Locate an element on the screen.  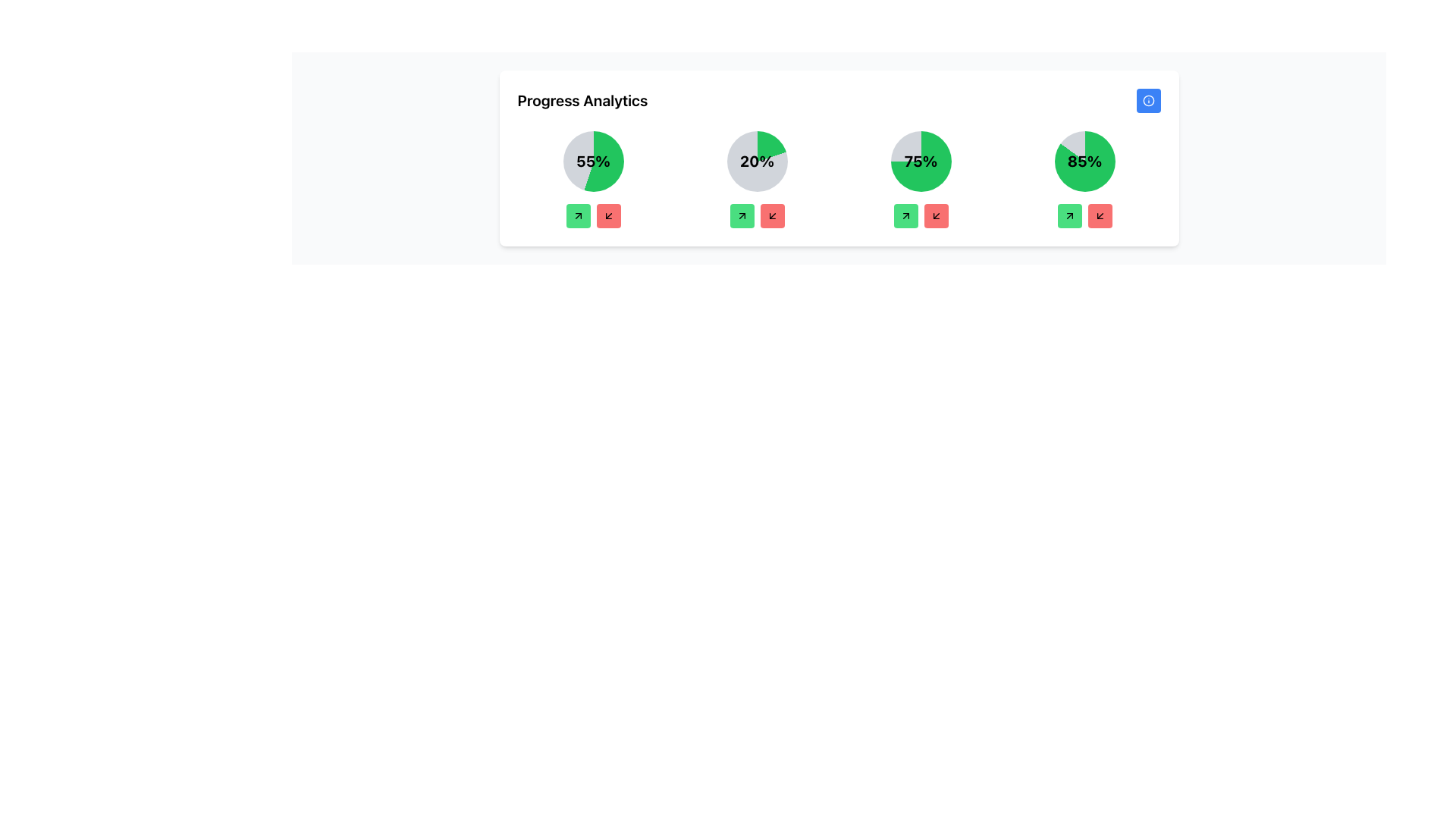
the first button below the second pie chart labeled '20%' is located at coordinates (742, 216).